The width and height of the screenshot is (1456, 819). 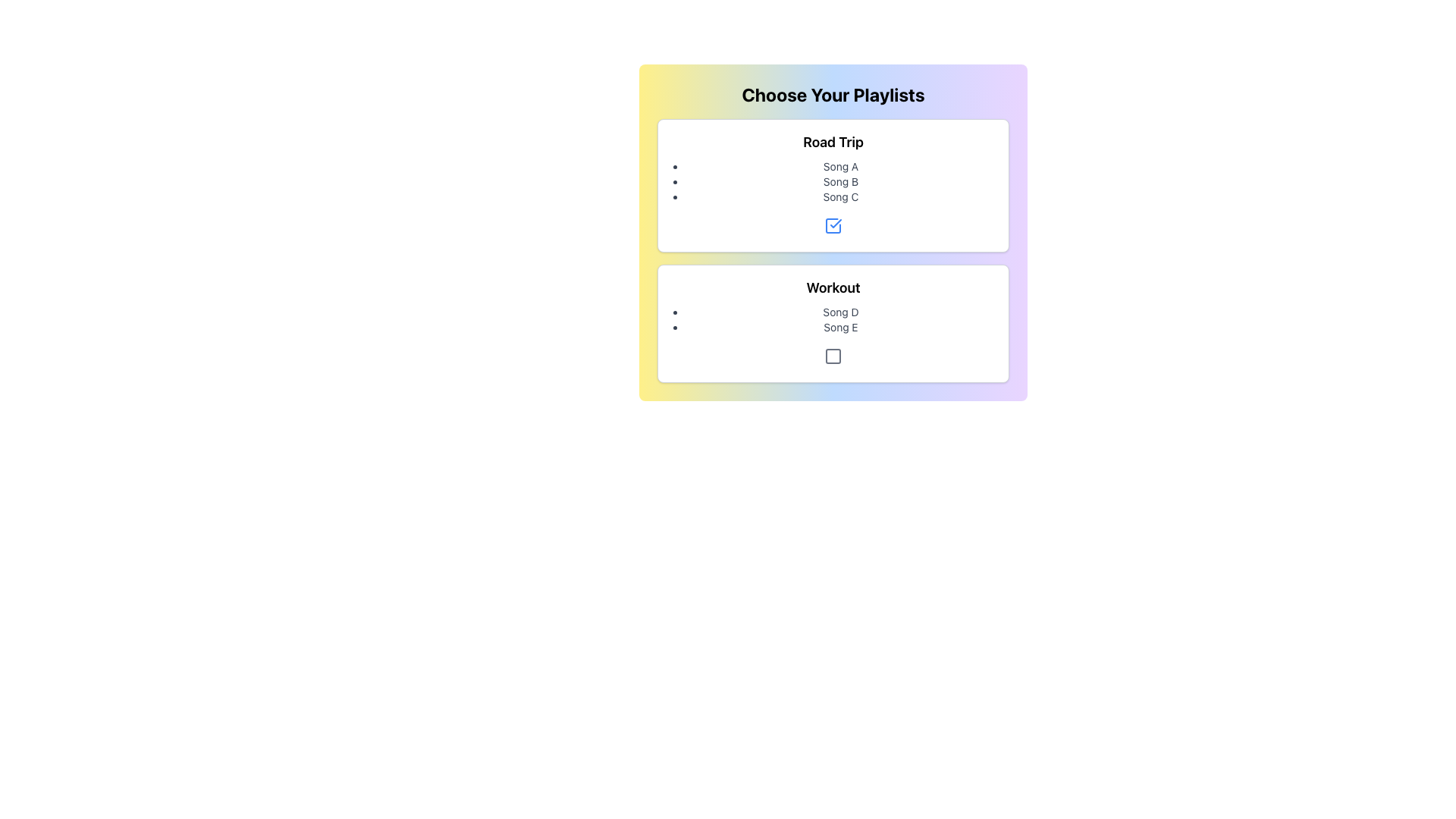 What do you see at coordinates (839, 312) in the screenshot?
I see `the Text Label displaying 'Song E' in the playlist under the 'Workout' heading, which is the first item in a bulleted list` at bounding box center [839, 312].